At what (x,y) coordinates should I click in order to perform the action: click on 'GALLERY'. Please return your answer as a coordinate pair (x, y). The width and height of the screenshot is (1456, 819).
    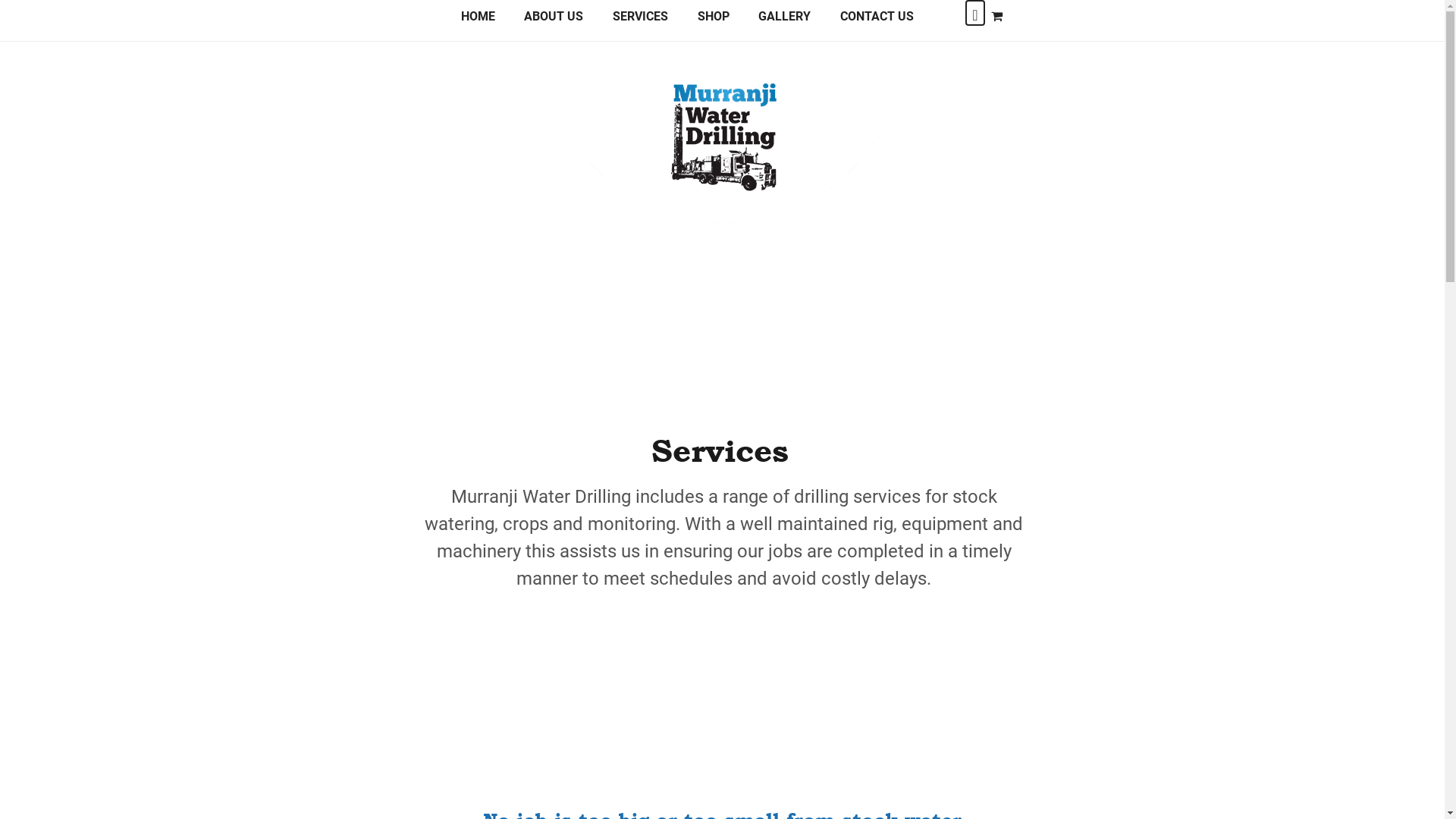
    Looking at the image, I should click on (784, 22).